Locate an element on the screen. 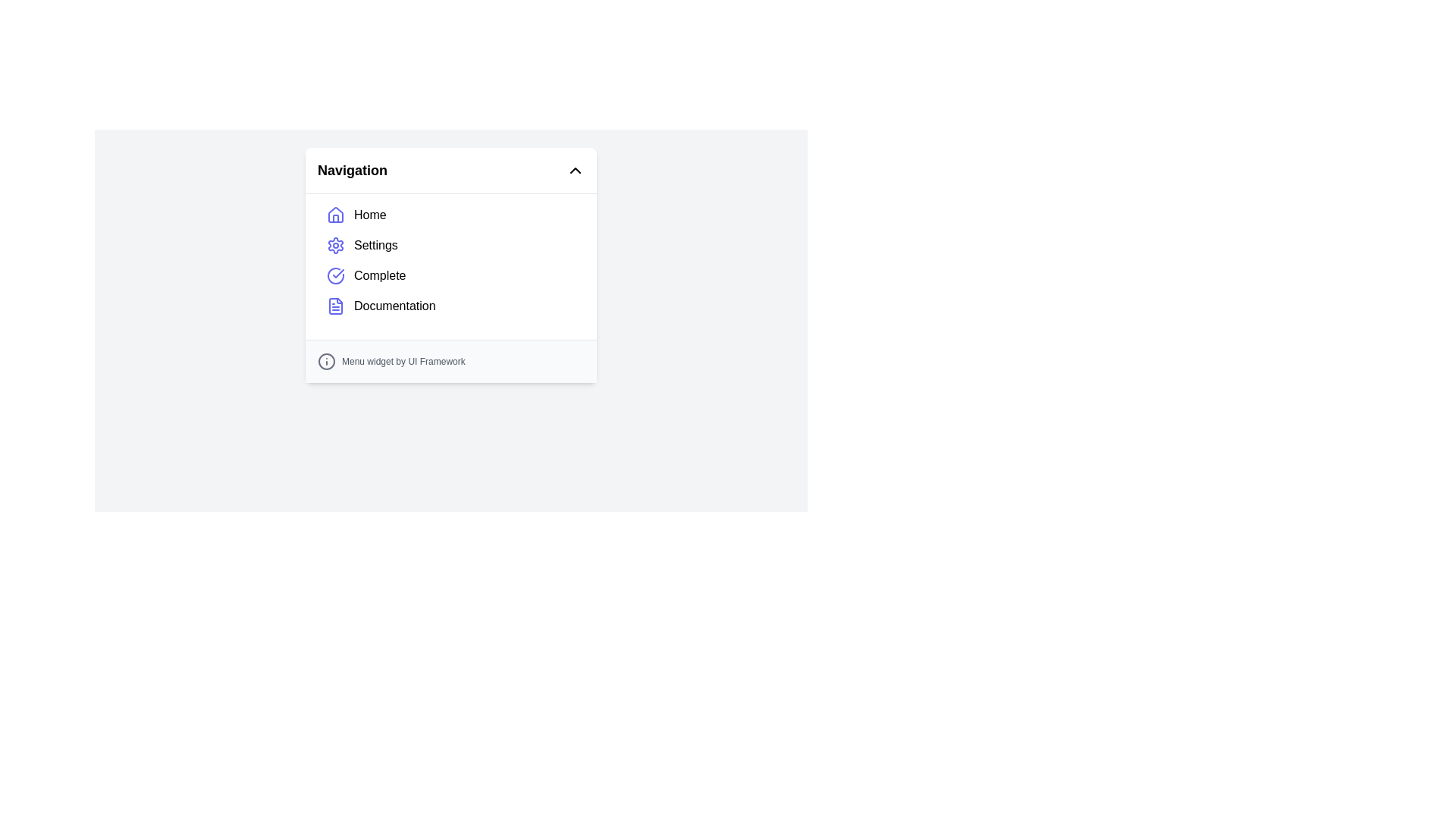  the 'Home' label in the vertical navigation menu, which is styled with a medium weight font and is aligned next to a house icon is located at coordinates (370, 215).